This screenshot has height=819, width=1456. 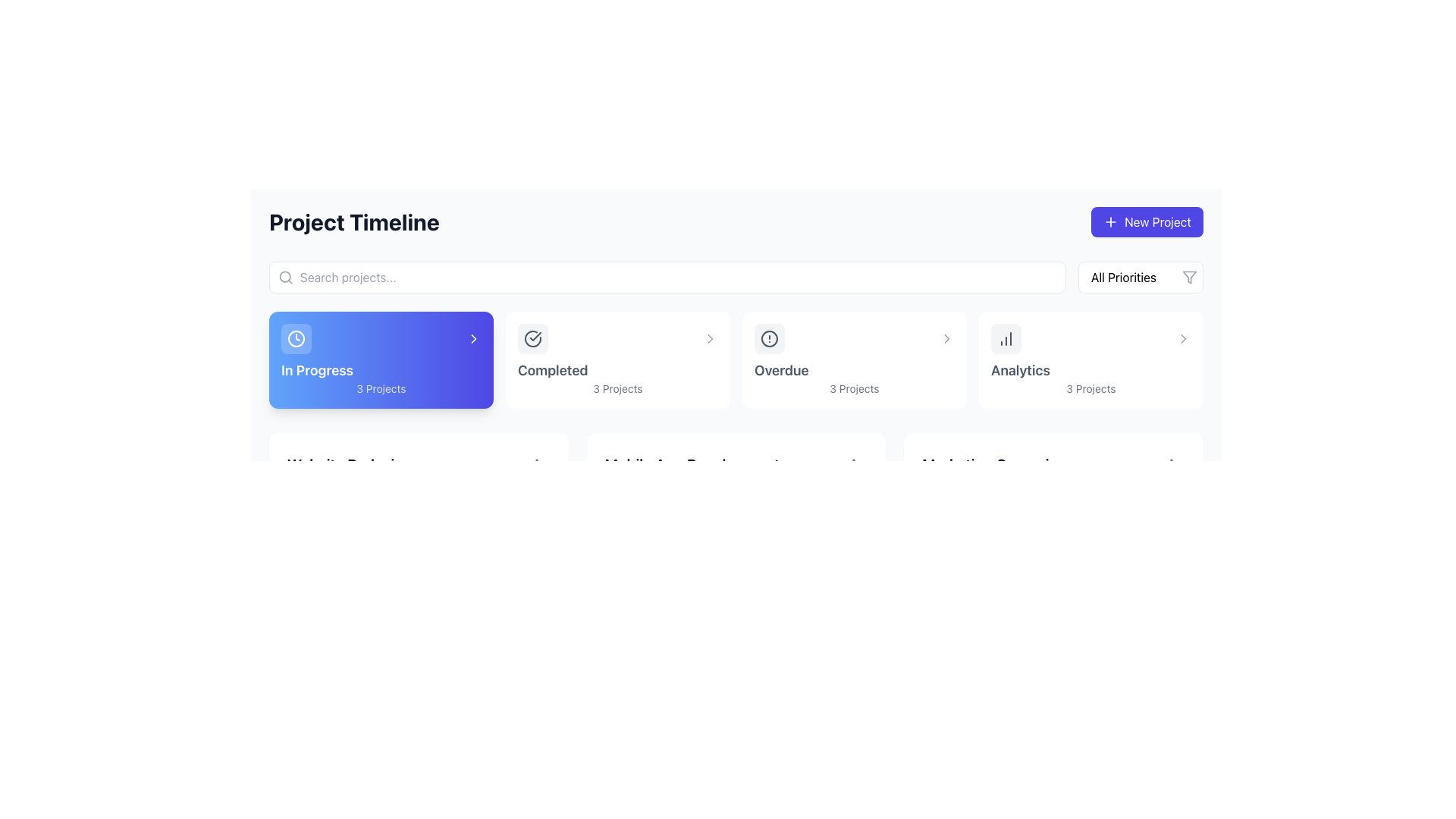 I want to click on the alert icon representing an overdue notification, which is styled as a circle with a border and an inner exclamation mark, located at the center of the overdue card, so click(x=769, y=338).